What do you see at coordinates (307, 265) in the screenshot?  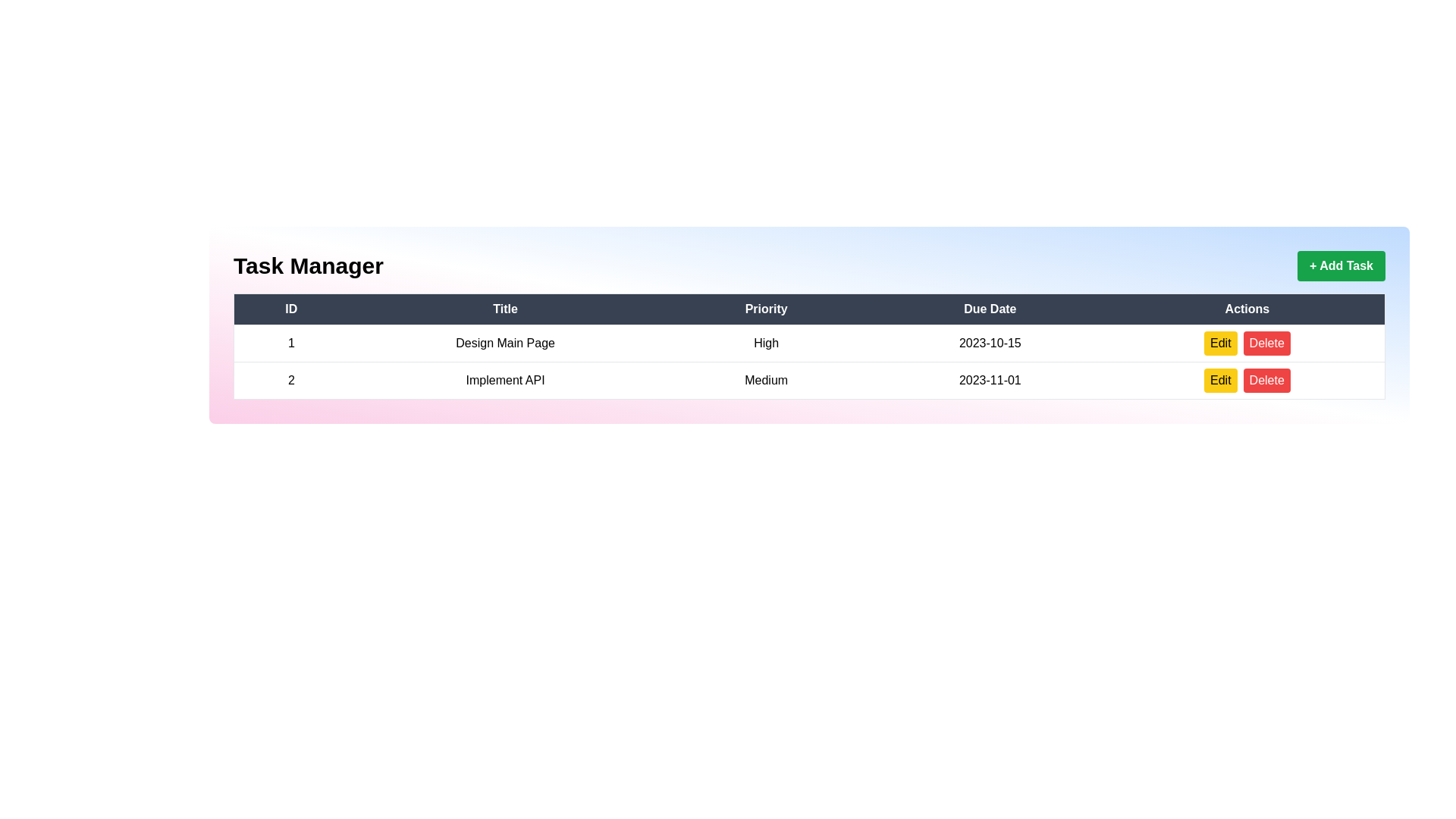 I see `prominent header text 'Task Manager' which is styled in large, bold font and aligned to the left` at bounding box center [307, 265].